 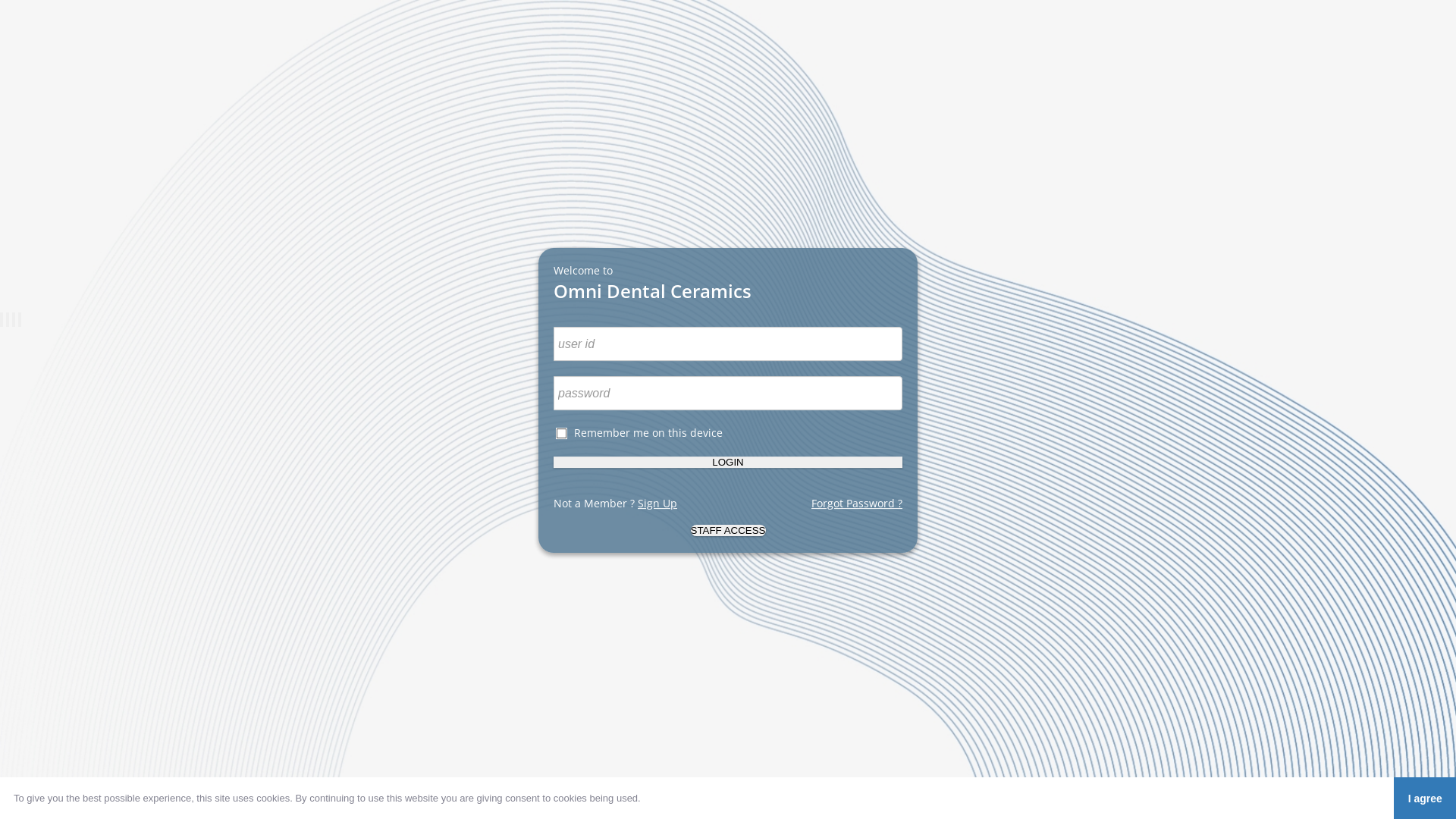 What do you see at coordinates (728, 461) in the screenshot?
I see `'Login'` at bounding box center [728, 461].